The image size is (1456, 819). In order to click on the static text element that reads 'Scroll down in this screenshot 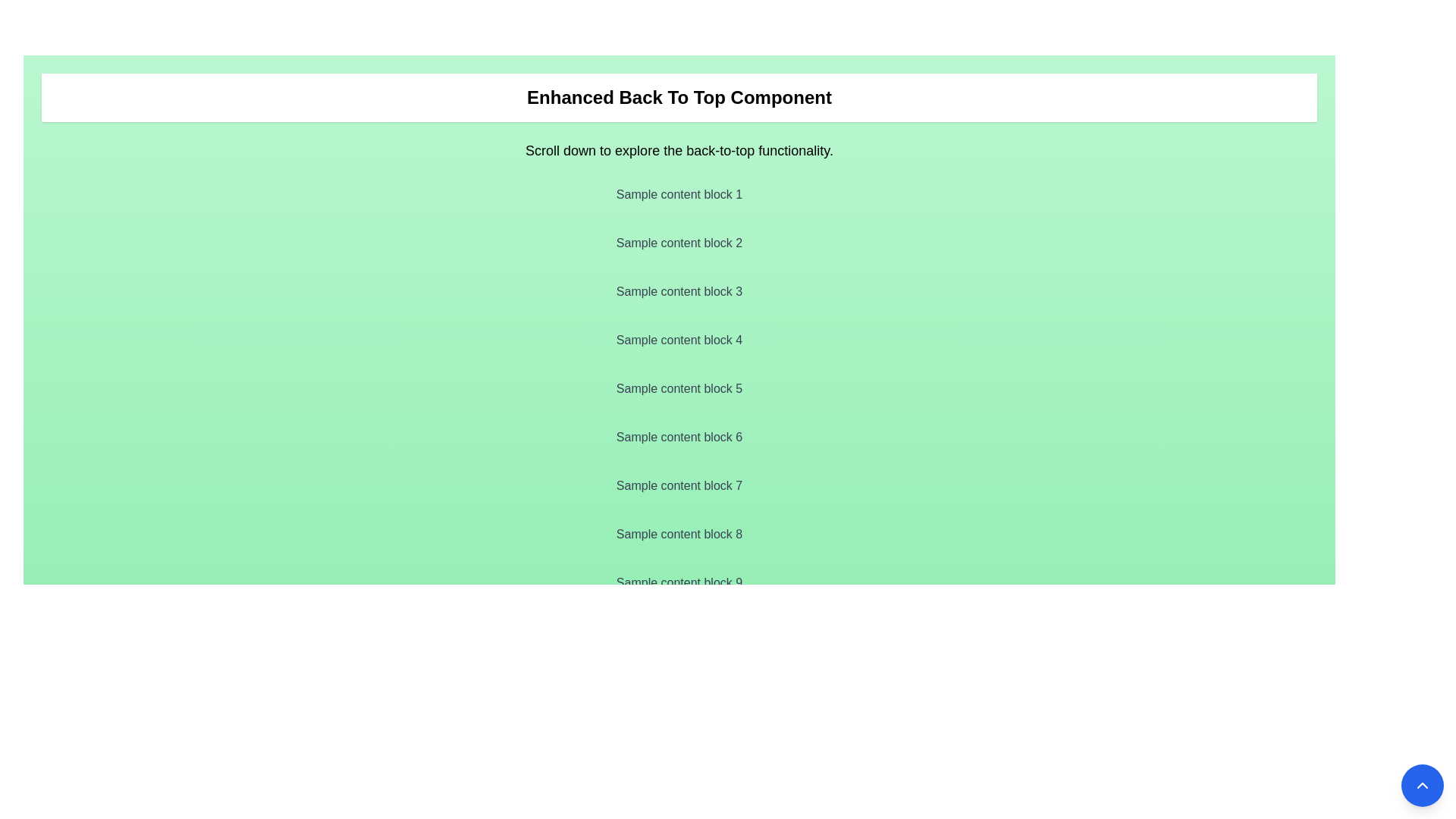, I will do `click(679, 151)`.